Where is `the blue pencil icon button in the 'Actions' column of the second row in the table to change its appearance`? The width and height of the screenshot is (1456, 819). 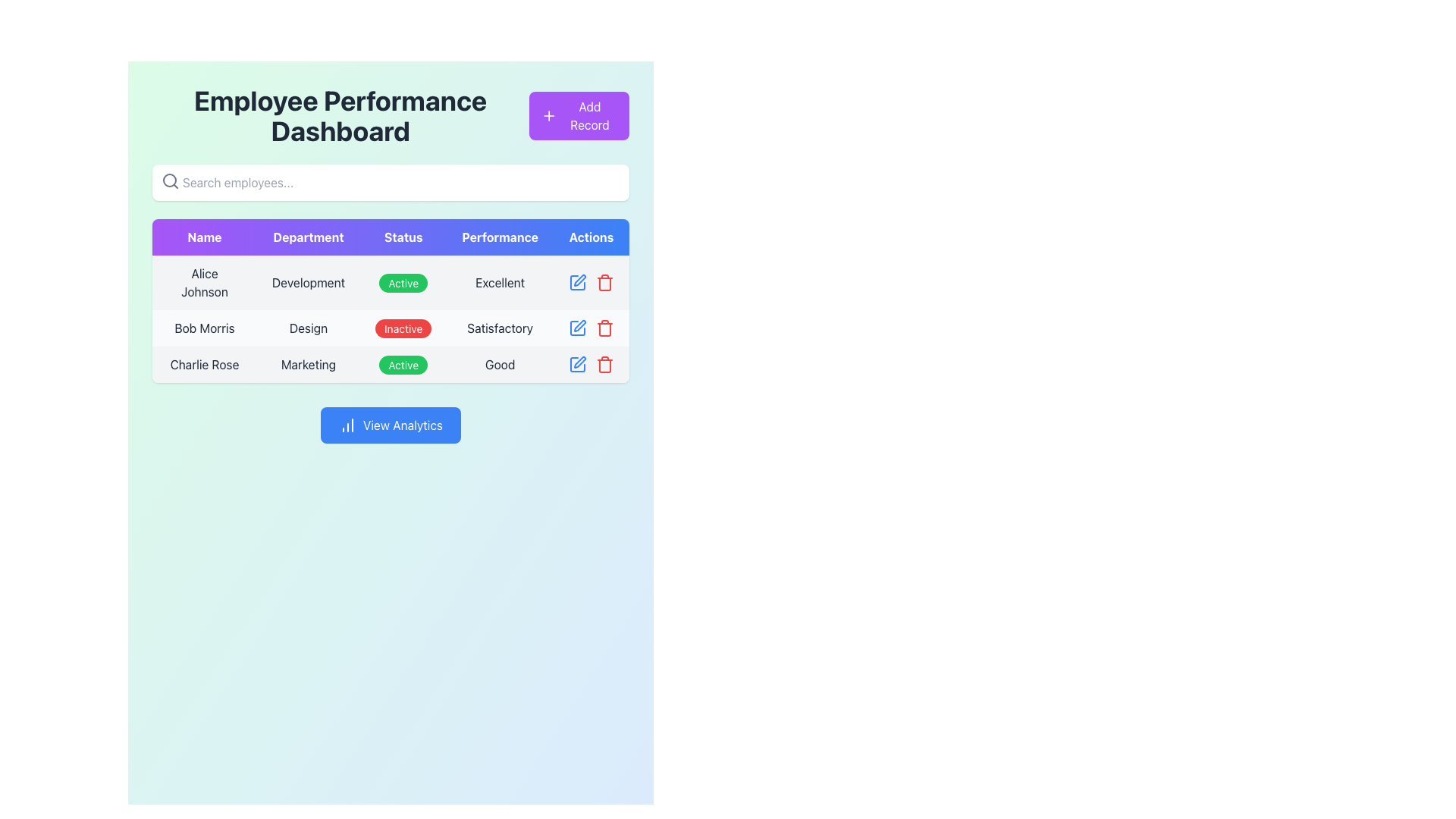
the blue pencil icon button in the 'Actions' column of the second row in the table to change its appearance is located at coordinates (577, 327).